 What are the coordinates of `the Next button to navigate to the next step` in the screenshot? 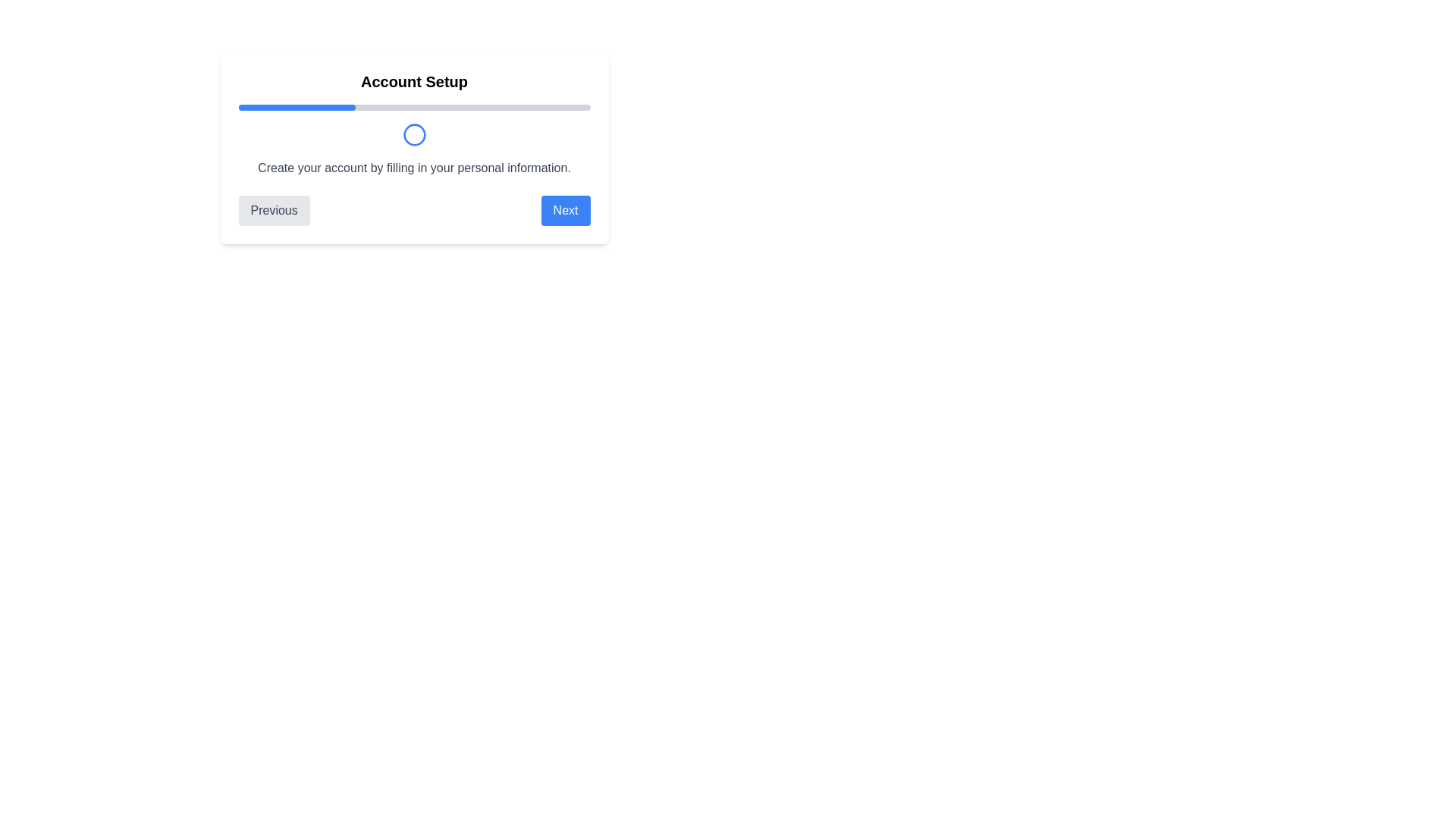 It's located at (564, 210).